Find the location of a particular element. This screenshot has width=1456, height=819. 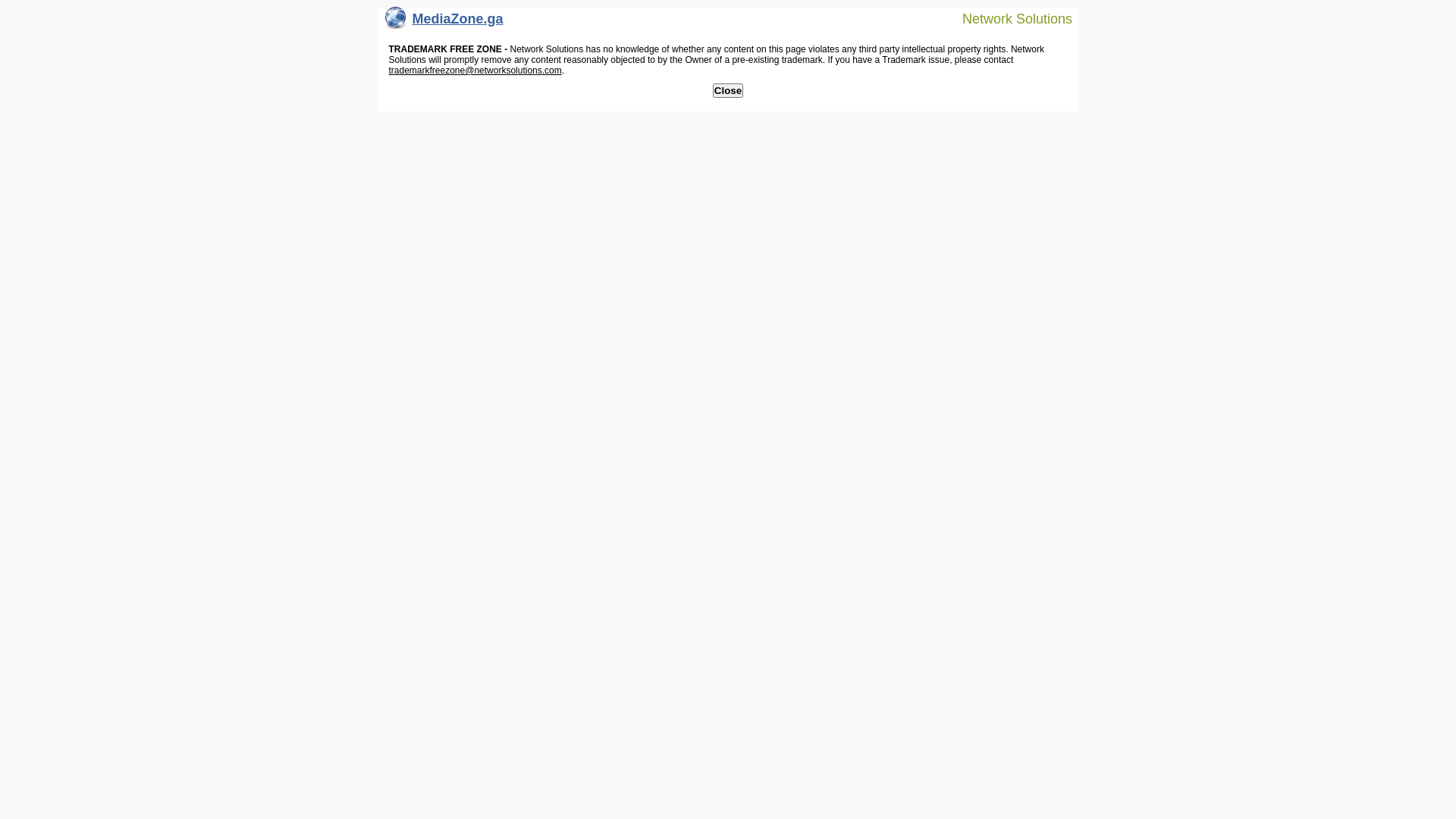

'trademarkfreezone@networksolutions.com' is located at coordinates (473, 70).